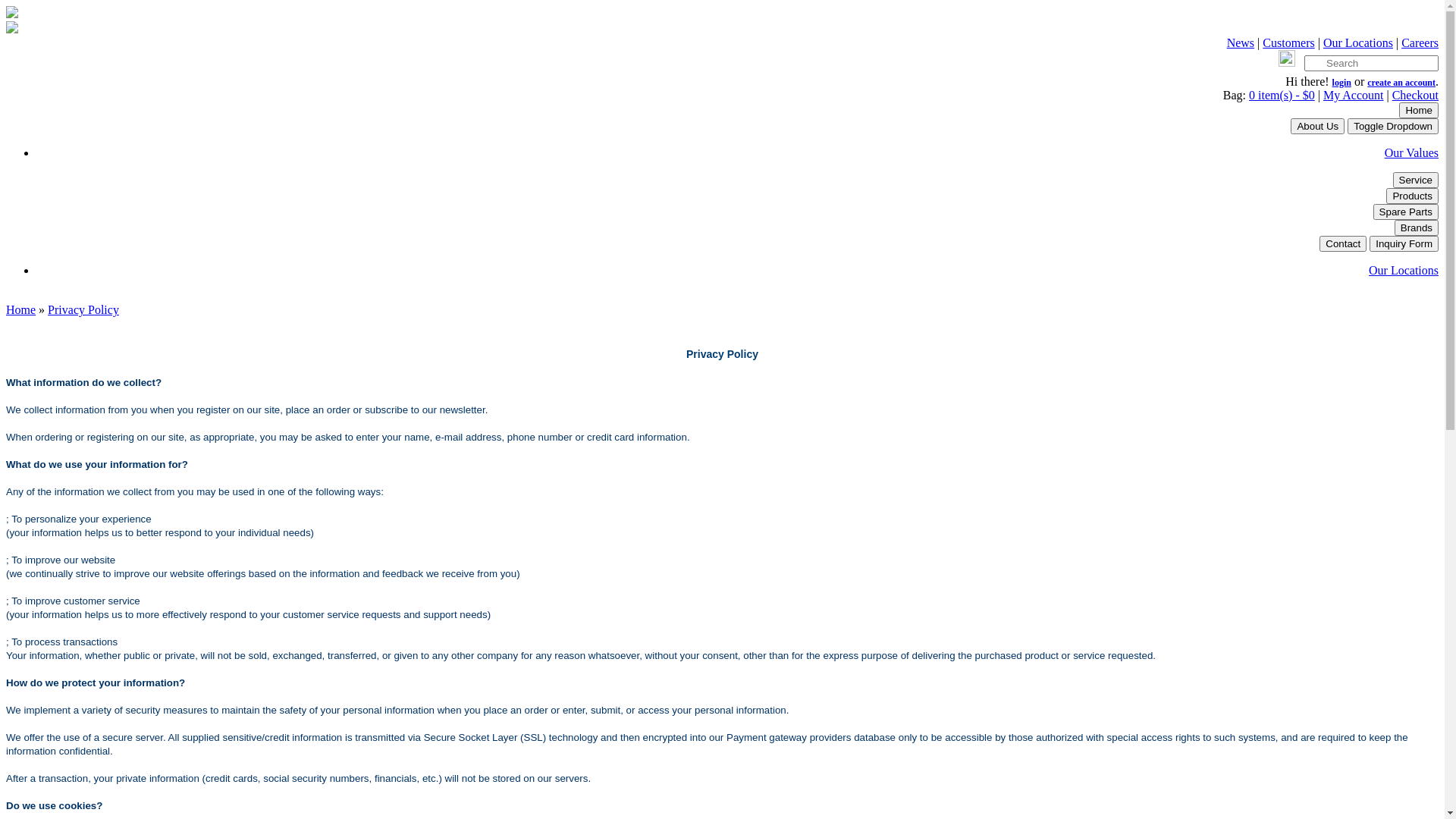 This screenshot has width=1456, height=819. Describe the element at coordinates (1288, 42) in the screenshot. I see `'Customers'` at that location.